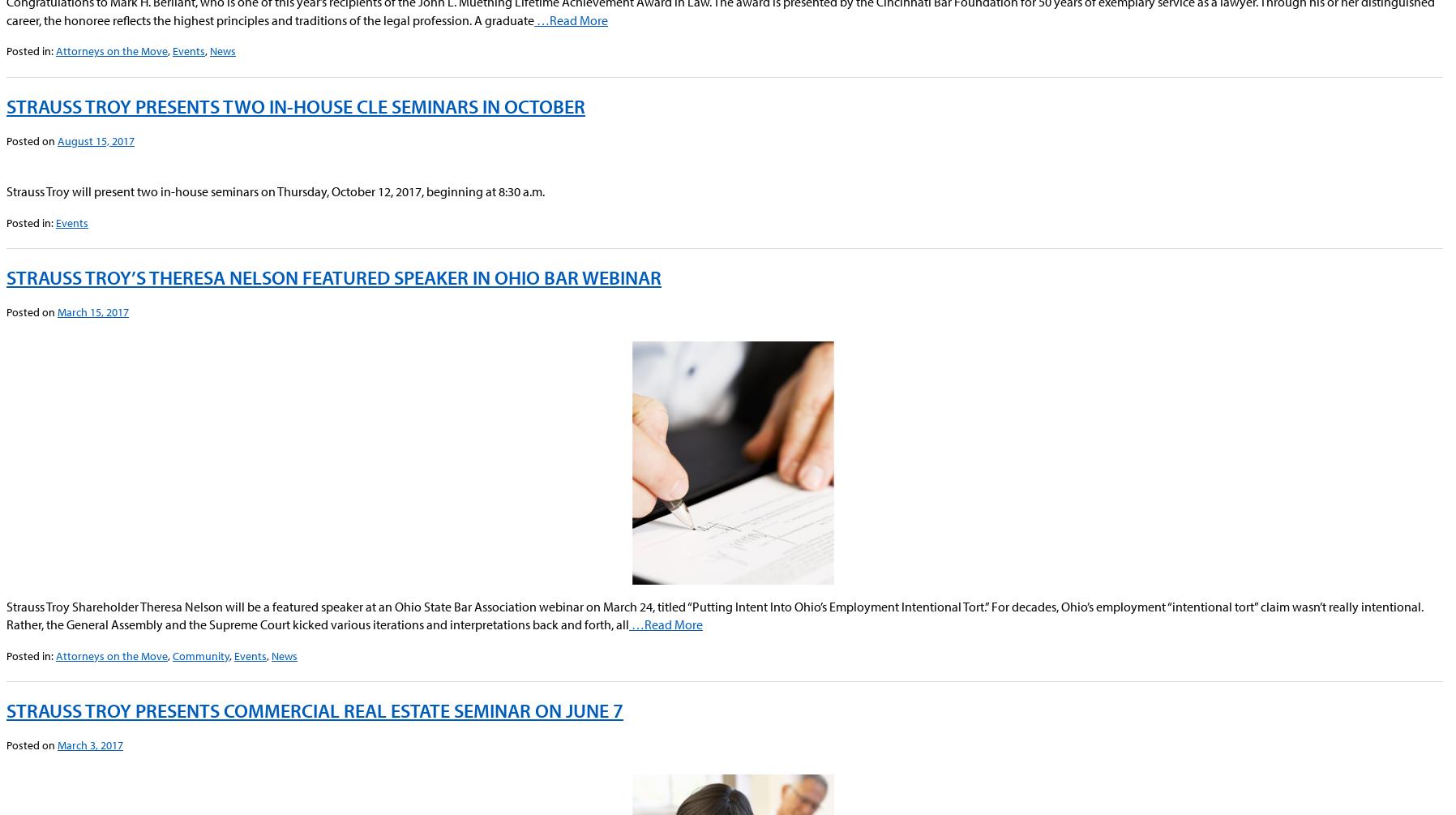  Describe the element at coordinates (92, 312) in the screenshot. I see `'March 15, 2017'` at that location.